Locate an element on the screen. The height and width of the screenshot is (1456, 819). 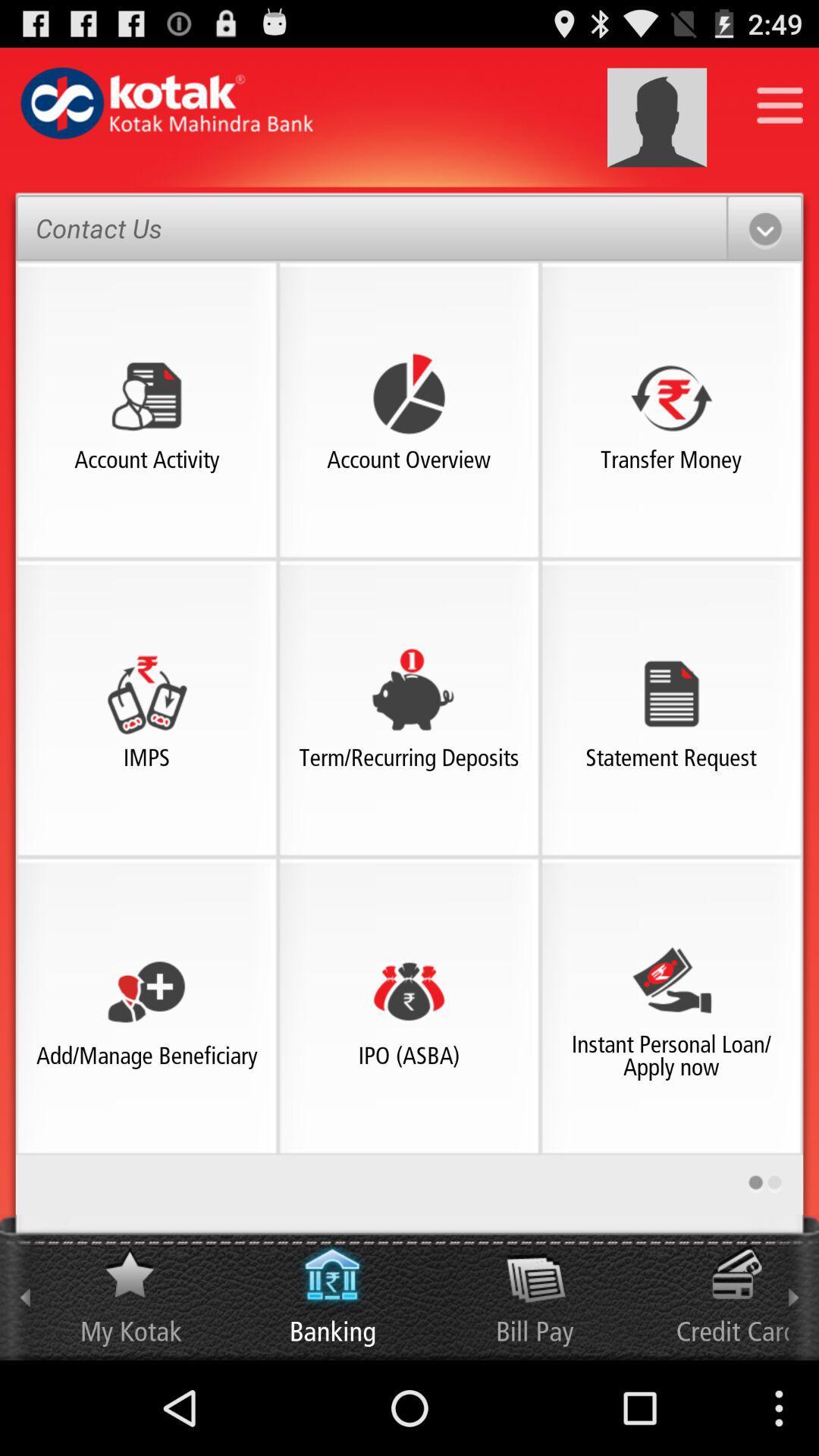
the image above instant personal loanapply now text is located at coordinates (670, 980).